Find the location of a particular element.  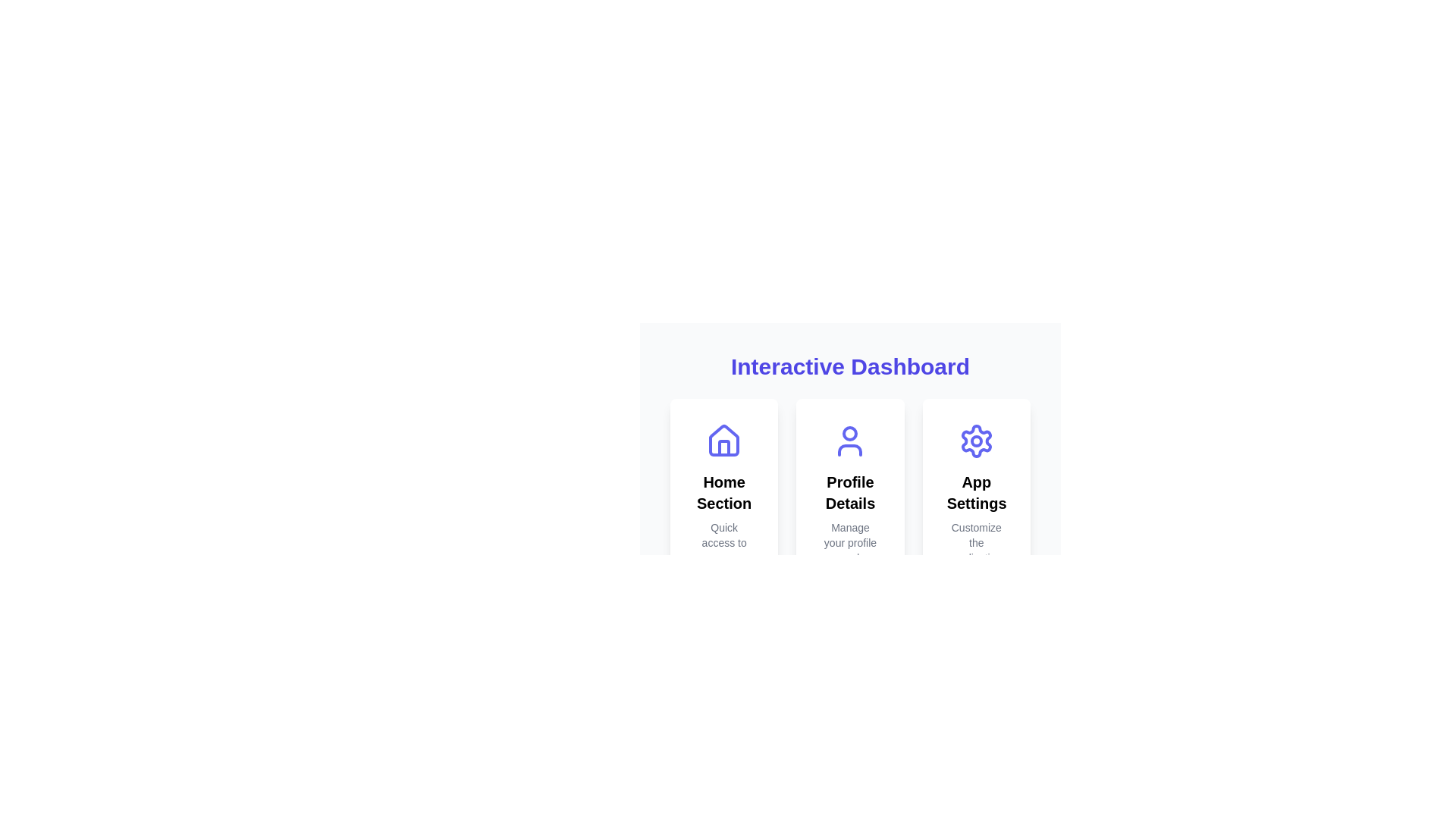

the curved graphical icon segment that forms the base of the stylized user icon in the 'Profile Details' section of the 'Interactive Dashboard' is located at coordinates (850, 450).